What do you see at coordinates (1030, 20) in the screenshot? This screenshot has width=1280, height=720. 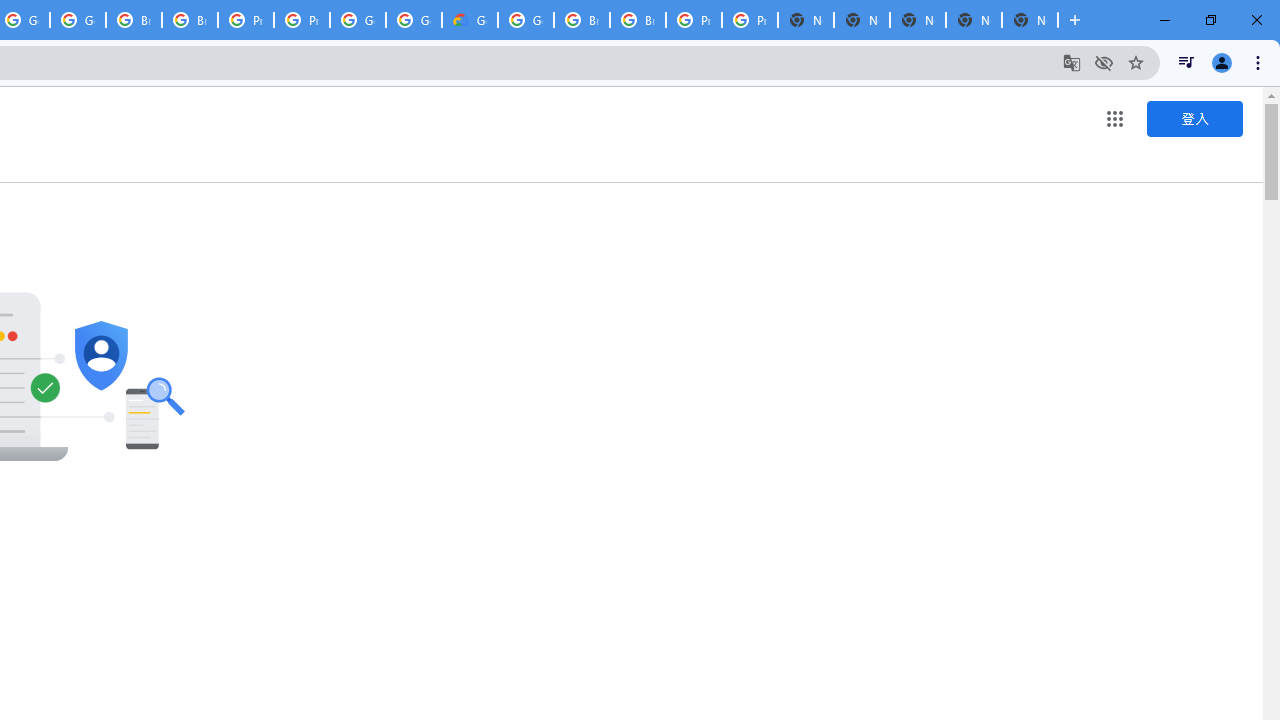 I see `'New Tab'` at bounding box center [1030, 20].